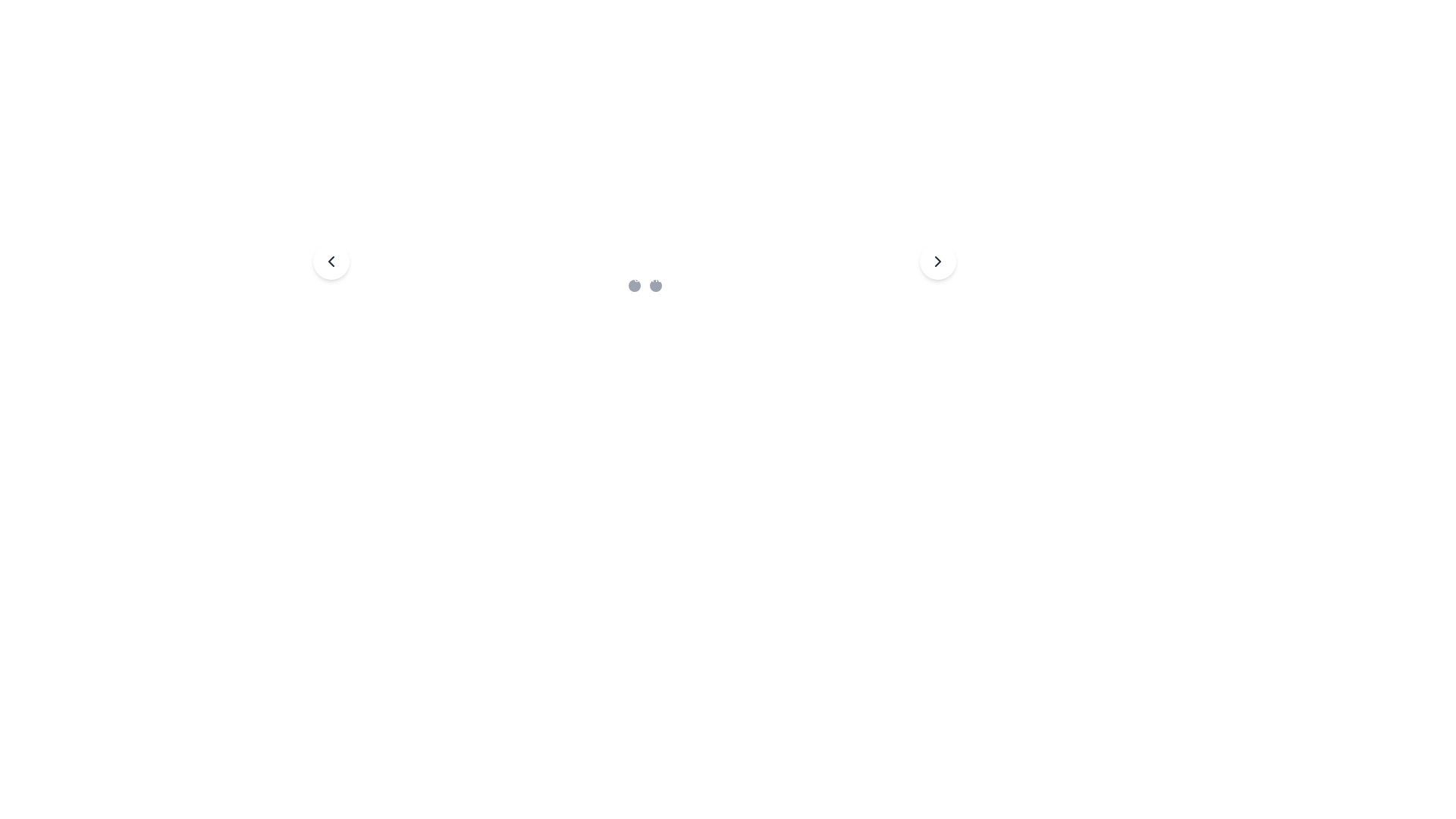 This screenshot has width=1456, height=819. What do you see at coordinates (330, 260) in the screenshot?
I see `the circular button with a white background and a left-pointing chevron icon` at bounding box center [330, 260].